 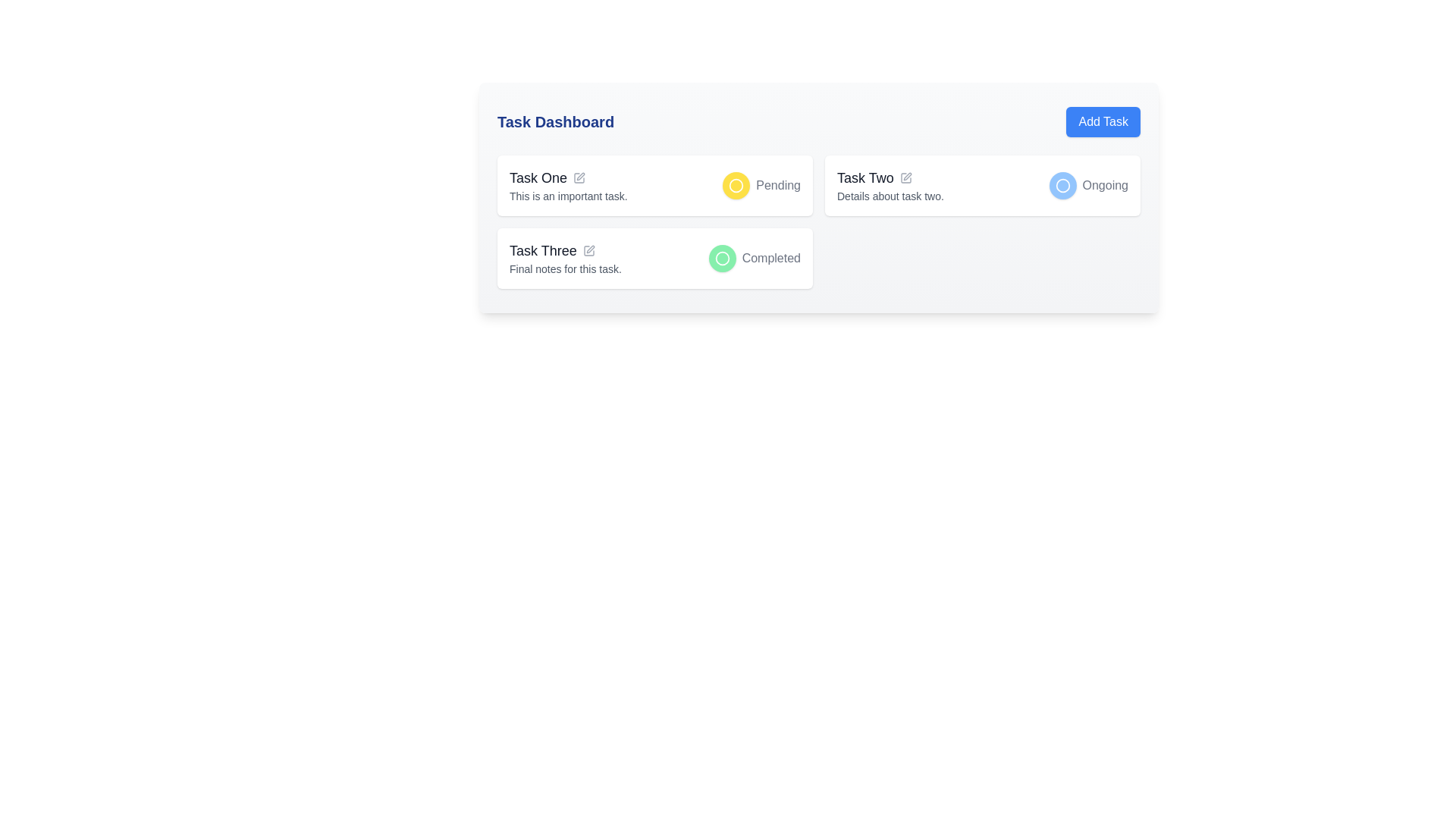 I want to click on status information from the green circular icon with the label 'Completed' that indicates task status, positioned to the right of 'Task Three', so click(x=755, y=257).